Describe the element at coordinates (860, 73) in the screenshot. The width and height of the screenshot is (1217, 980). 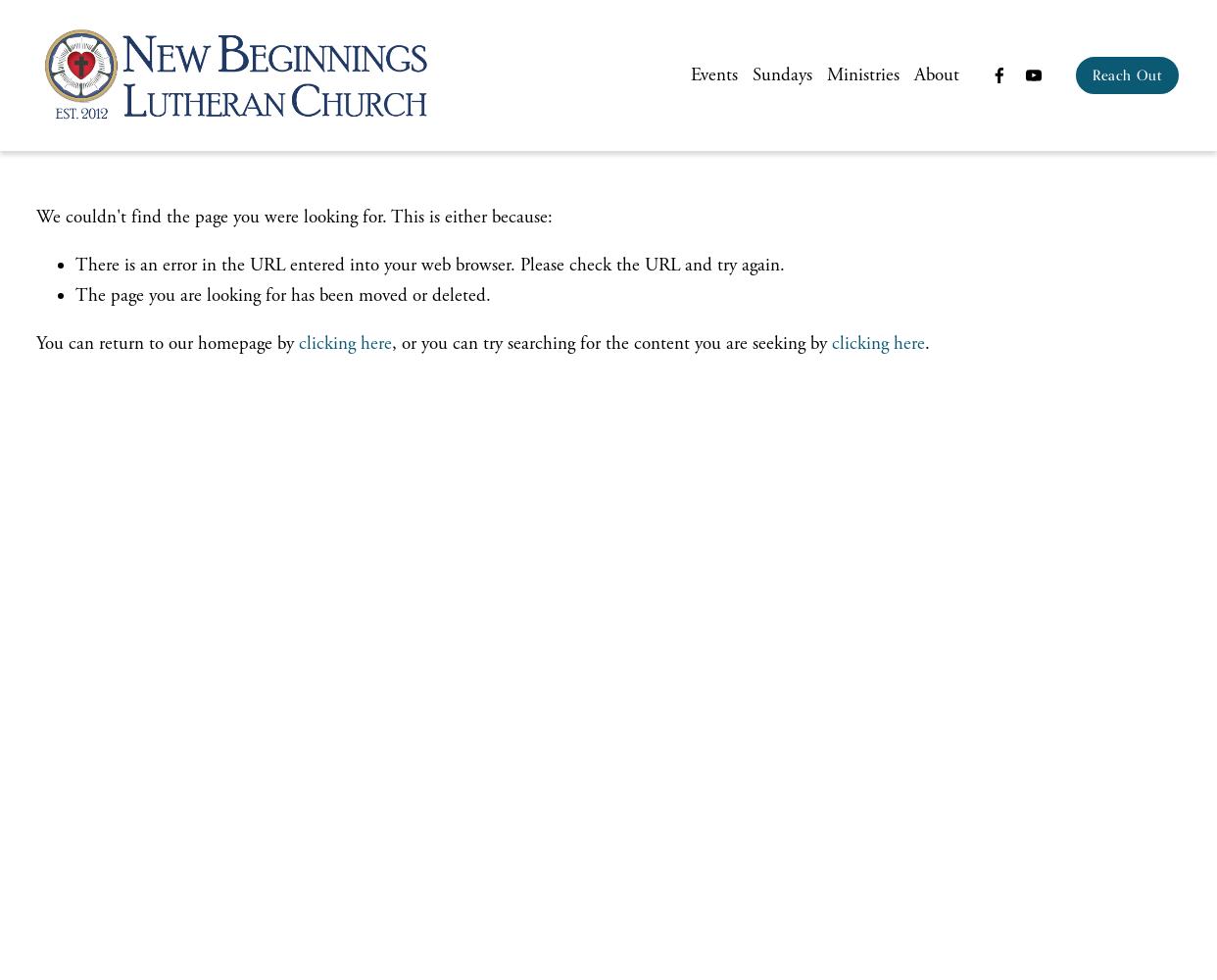
I see `'Ministries'` at that location.